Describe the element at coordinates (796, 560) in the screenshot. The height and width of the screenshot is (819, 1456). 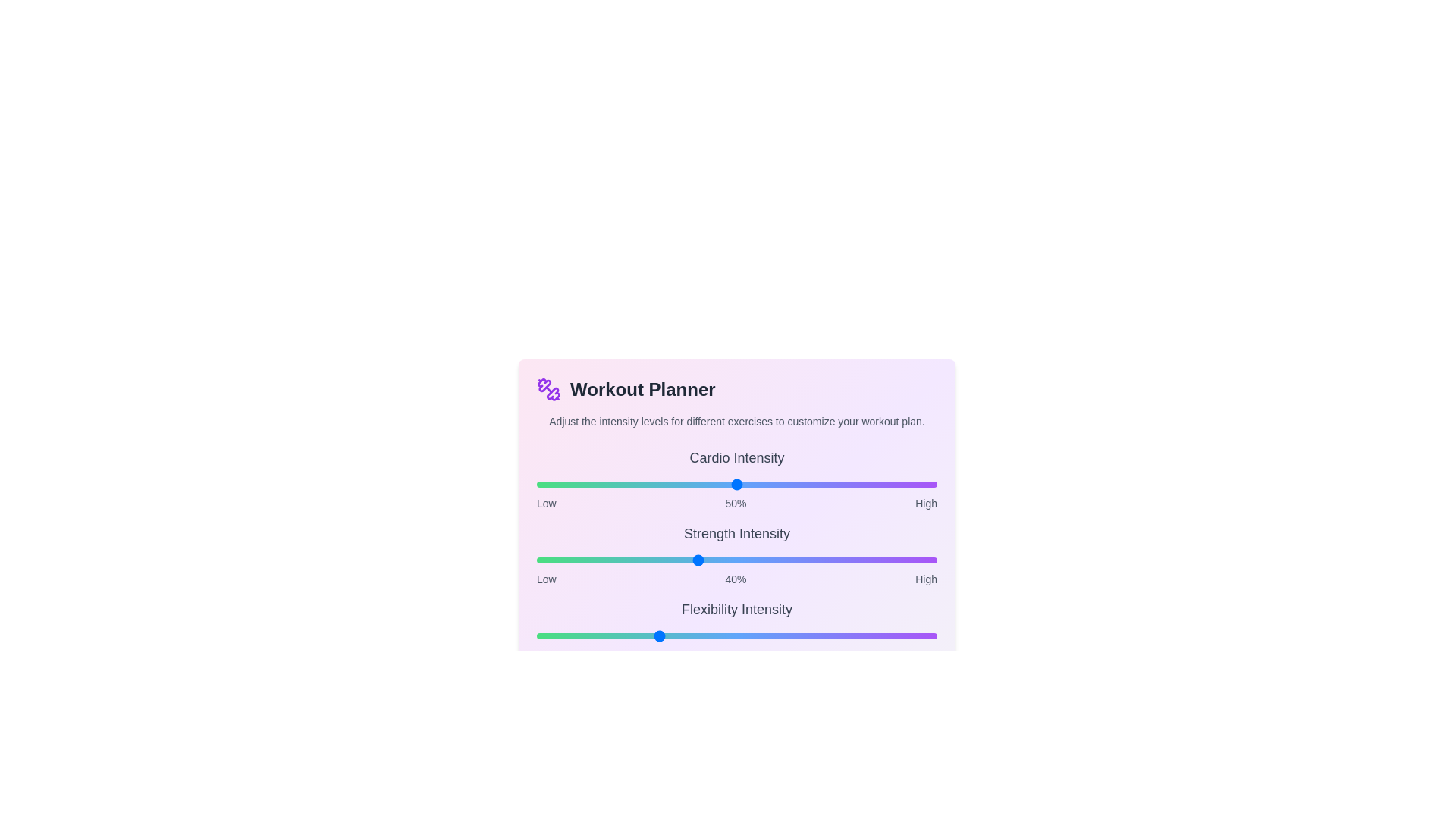
I see `the intensity of the 1 slider to 65%` at that location.